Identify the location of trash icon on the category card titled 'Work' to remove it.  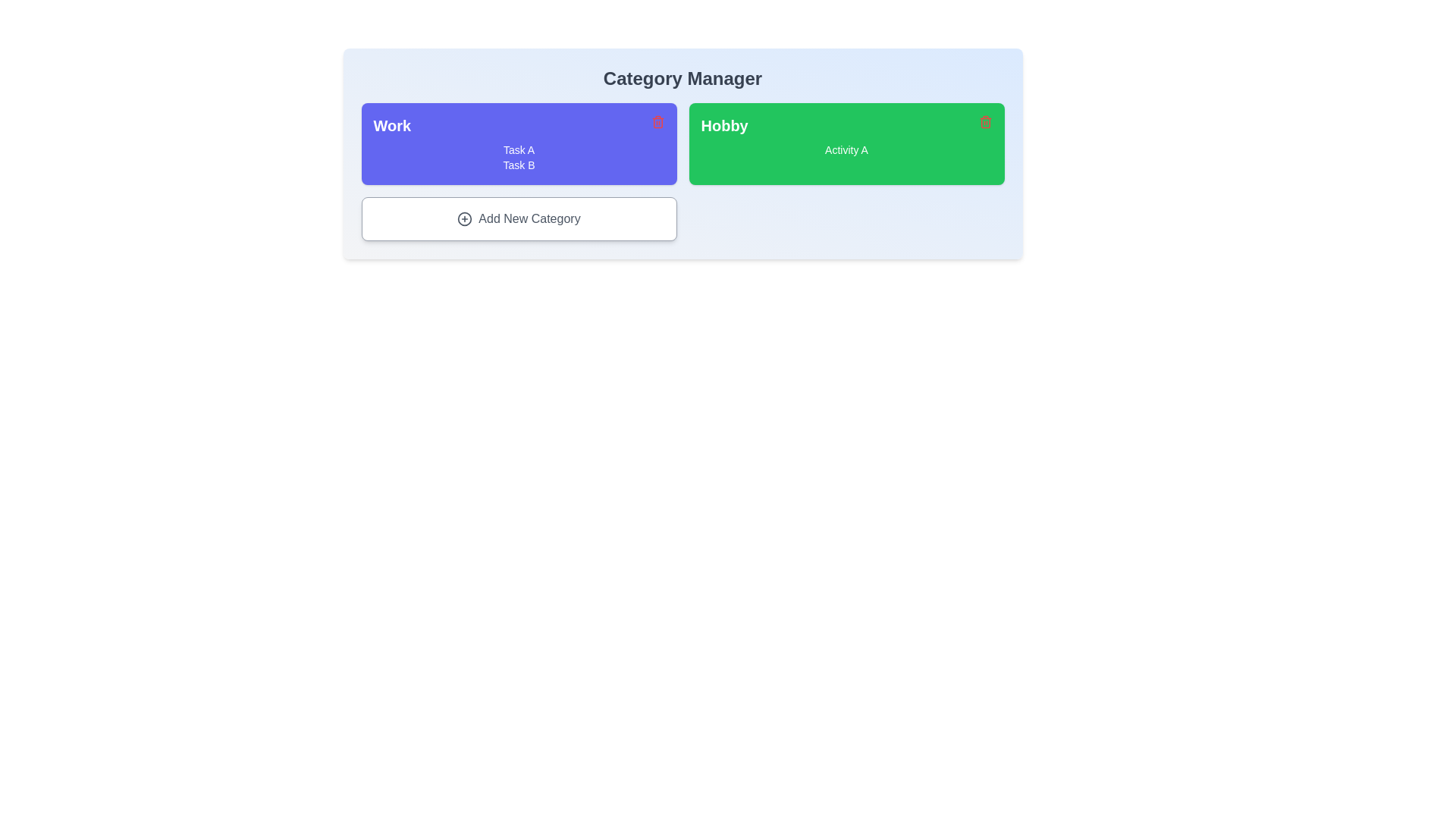
(657, 121).